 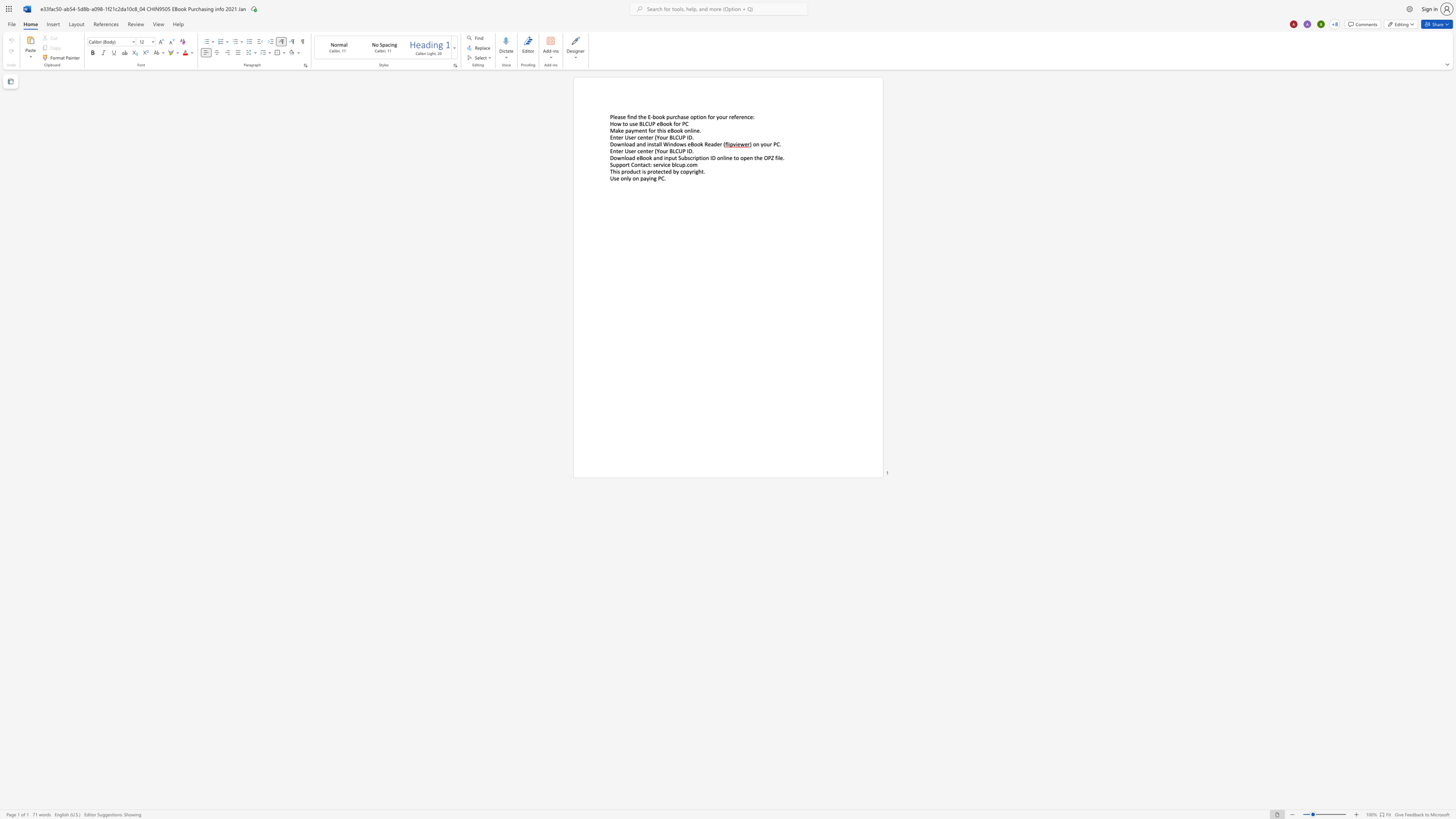 What do you see at coordinates (764, 144) in the screenshot?
I see `the 2th character "o" in the text` at bounding box center [764, 144].